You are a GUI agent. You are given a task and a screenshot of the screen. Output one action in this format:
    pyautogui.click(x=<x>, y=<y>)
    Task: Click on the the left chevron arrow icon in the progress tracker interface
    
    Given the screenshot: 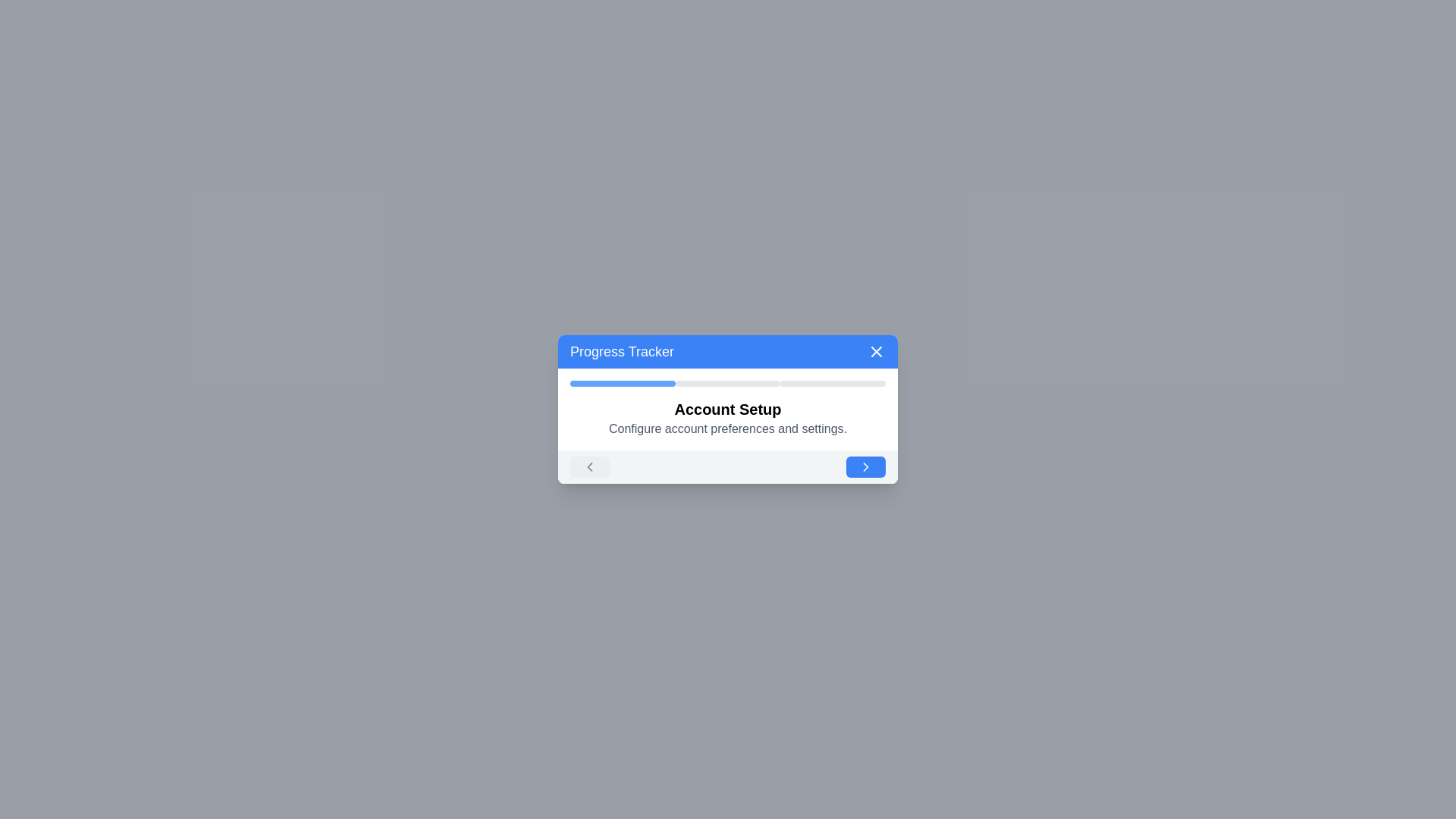 What is the action you would take?
    pyautogui.click(x=588, y=466)
    